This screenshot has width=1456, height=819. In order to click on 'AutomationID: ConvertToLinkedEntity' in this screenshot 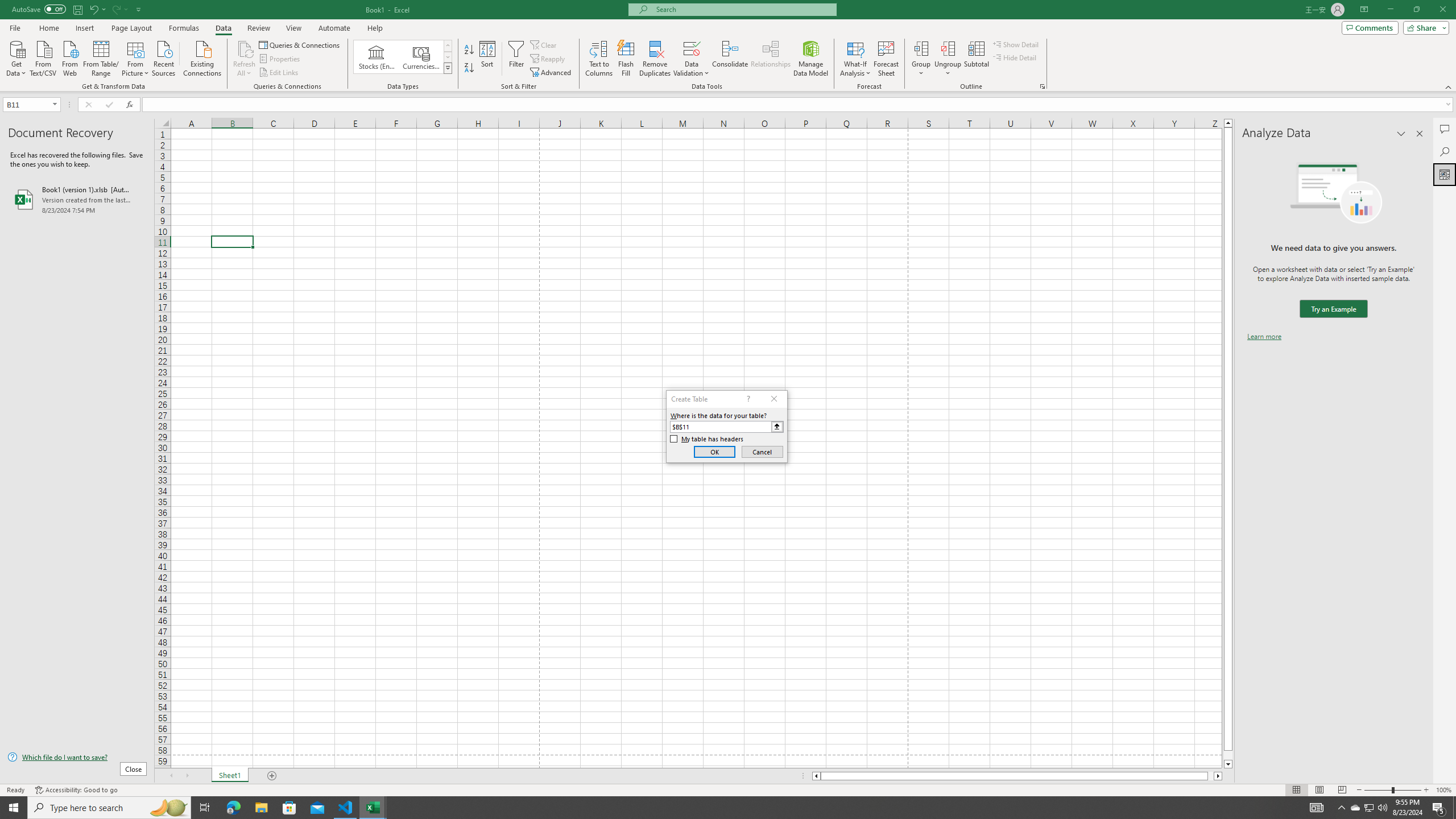, I will do `click(403, 56)`.